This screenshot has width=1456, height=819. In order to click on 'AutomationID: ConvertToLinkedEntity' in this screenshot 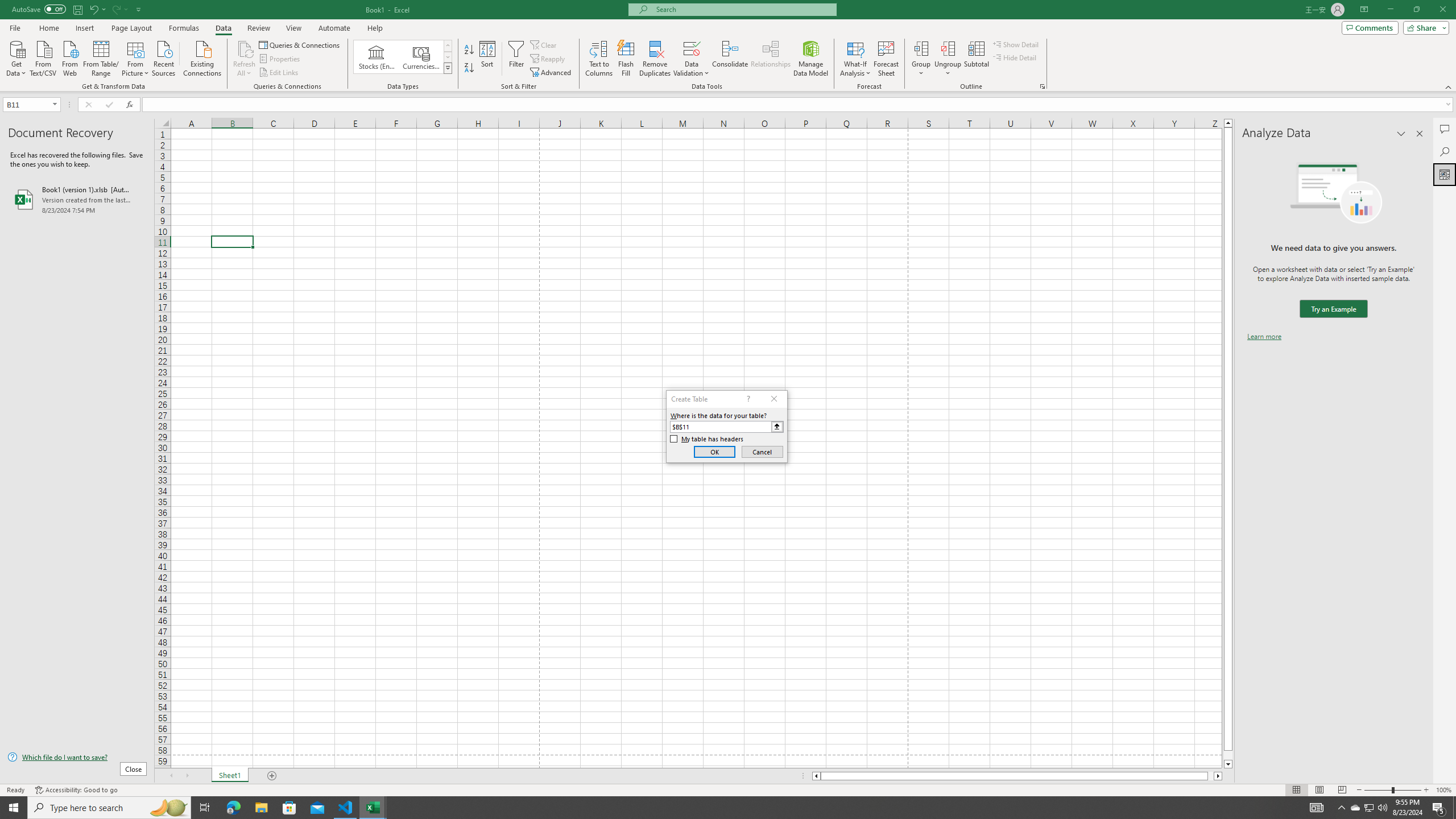, I will do `click(403, 56)`.